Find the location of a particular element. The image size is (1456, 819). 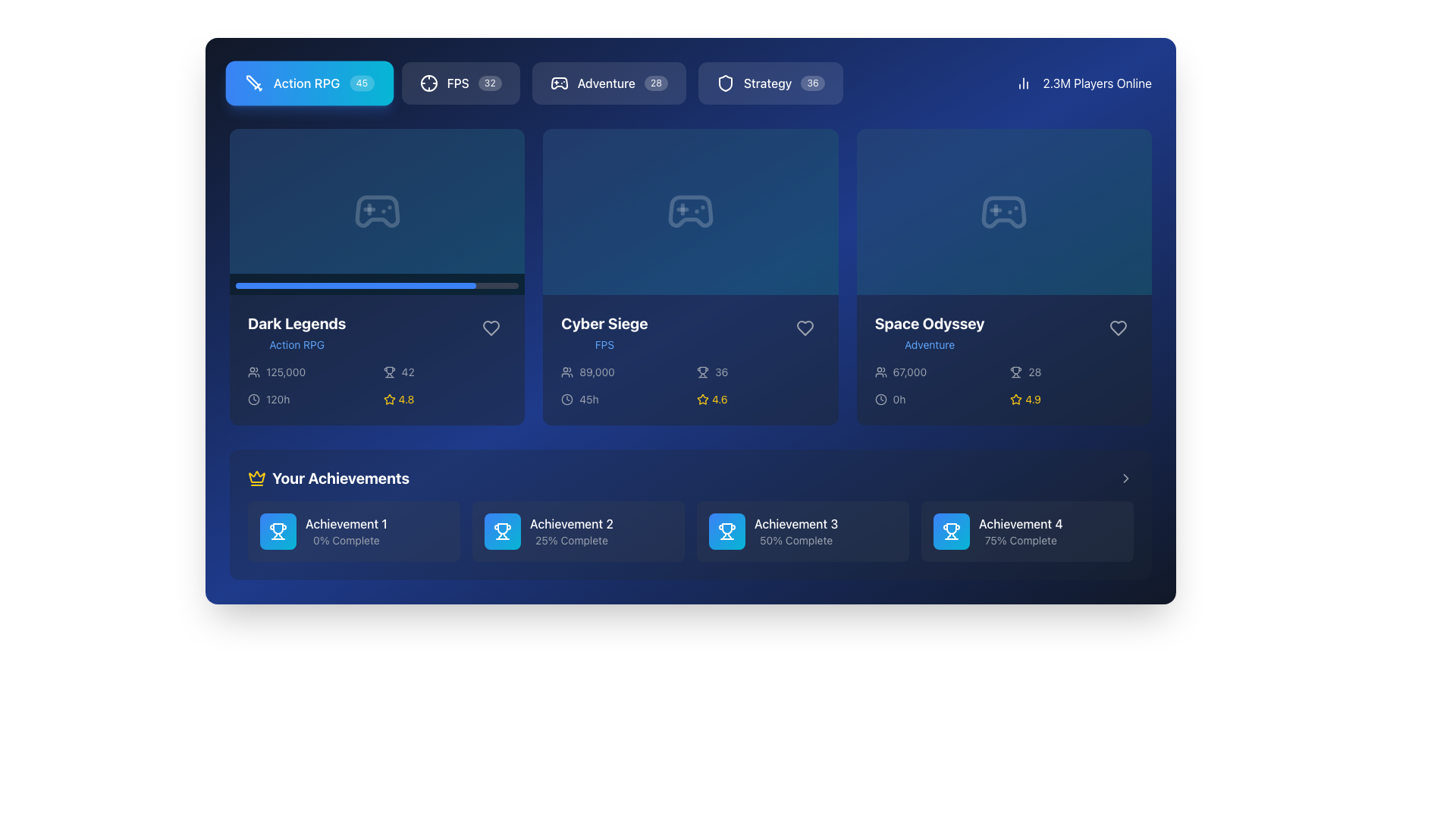

the 'Action RPG' icon located on the left side of the horizontal category bar is located at coordinates (254, 83).